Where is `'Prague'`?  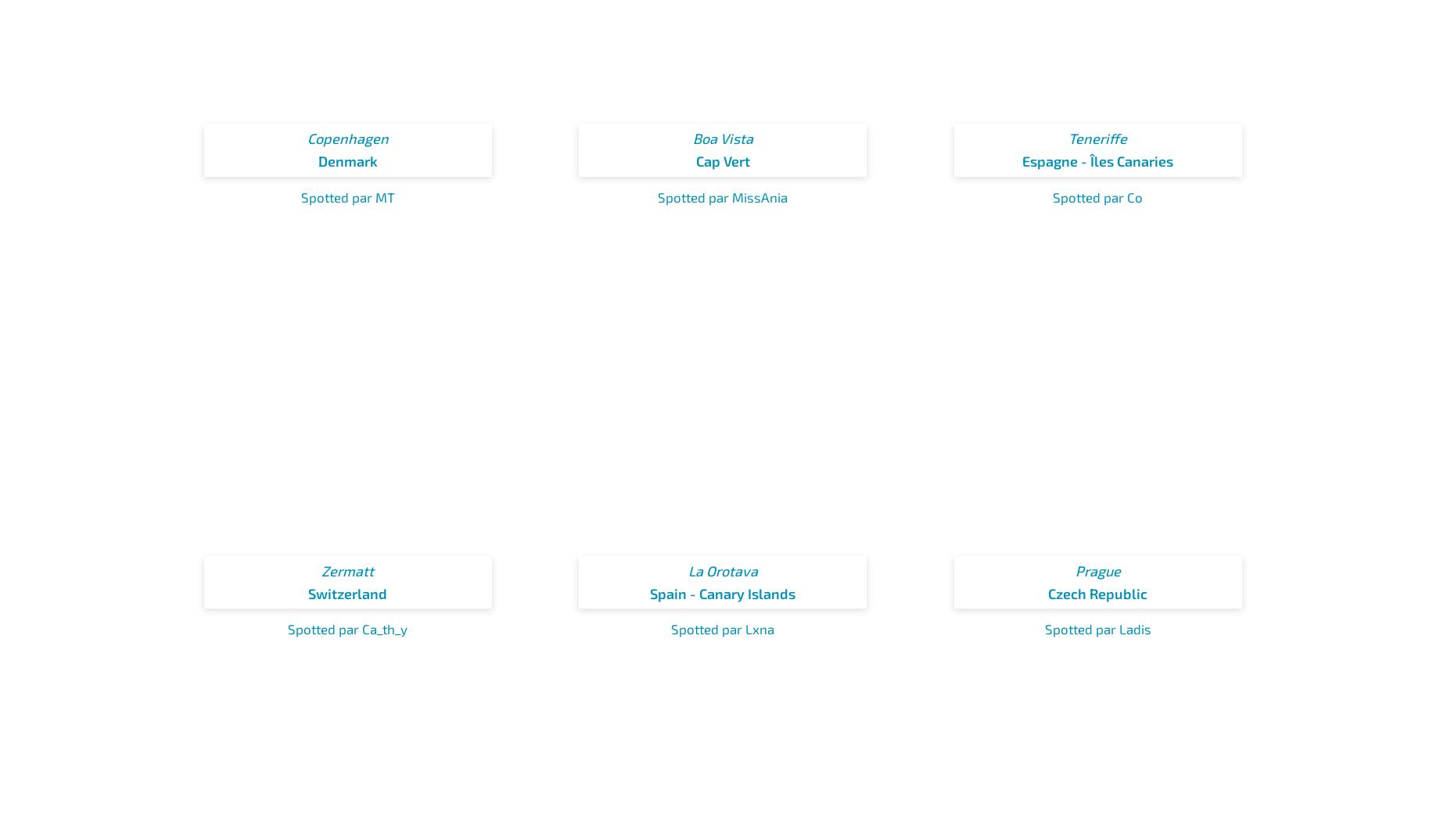 'Prague' is located at coordinates (1073, 570).